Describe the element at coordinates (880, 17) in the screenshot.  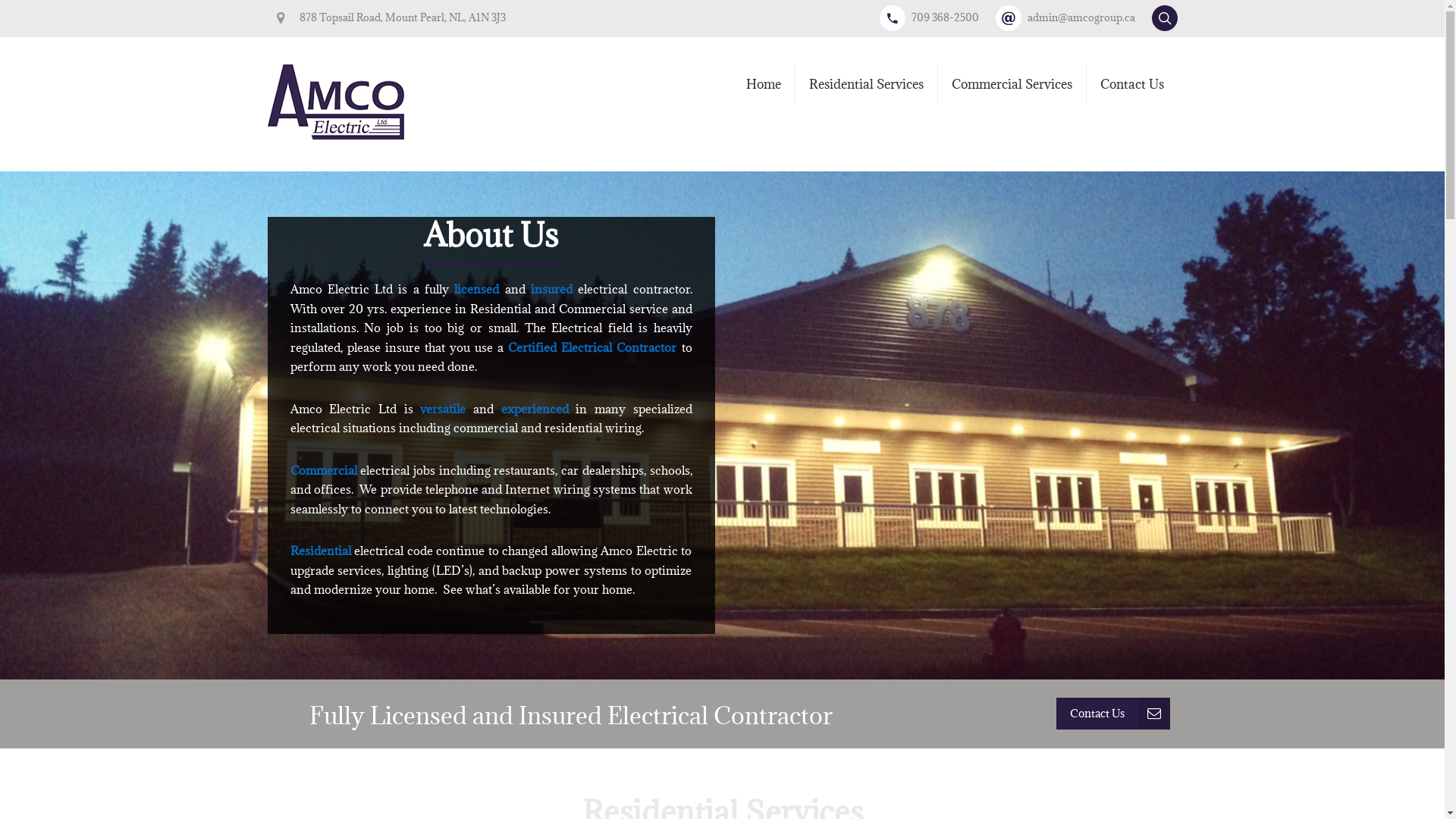
I see `'709 368-2500'` at that location.